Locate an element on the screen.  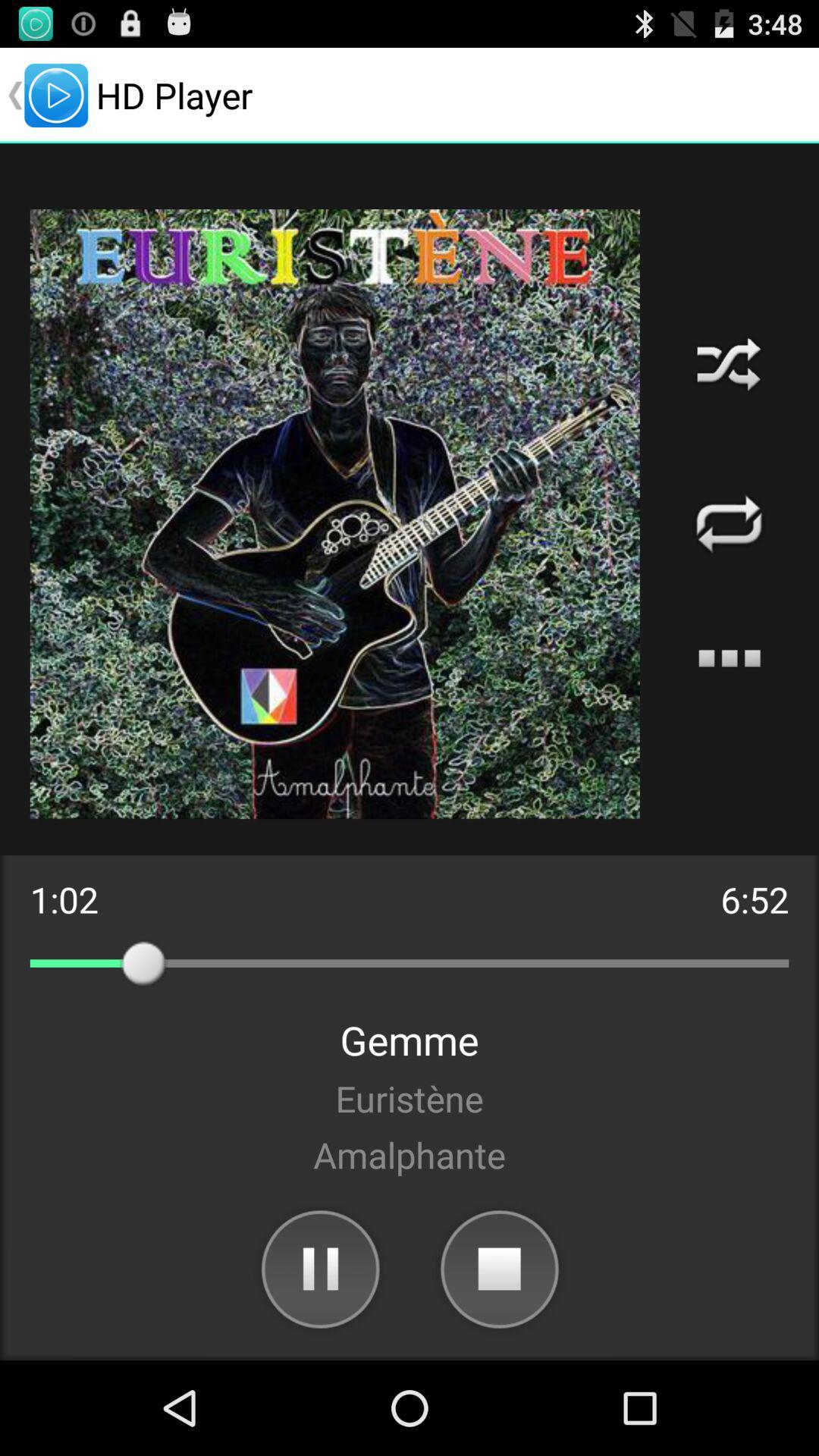
icon at the top right corner is located at coordinates (728, 364).